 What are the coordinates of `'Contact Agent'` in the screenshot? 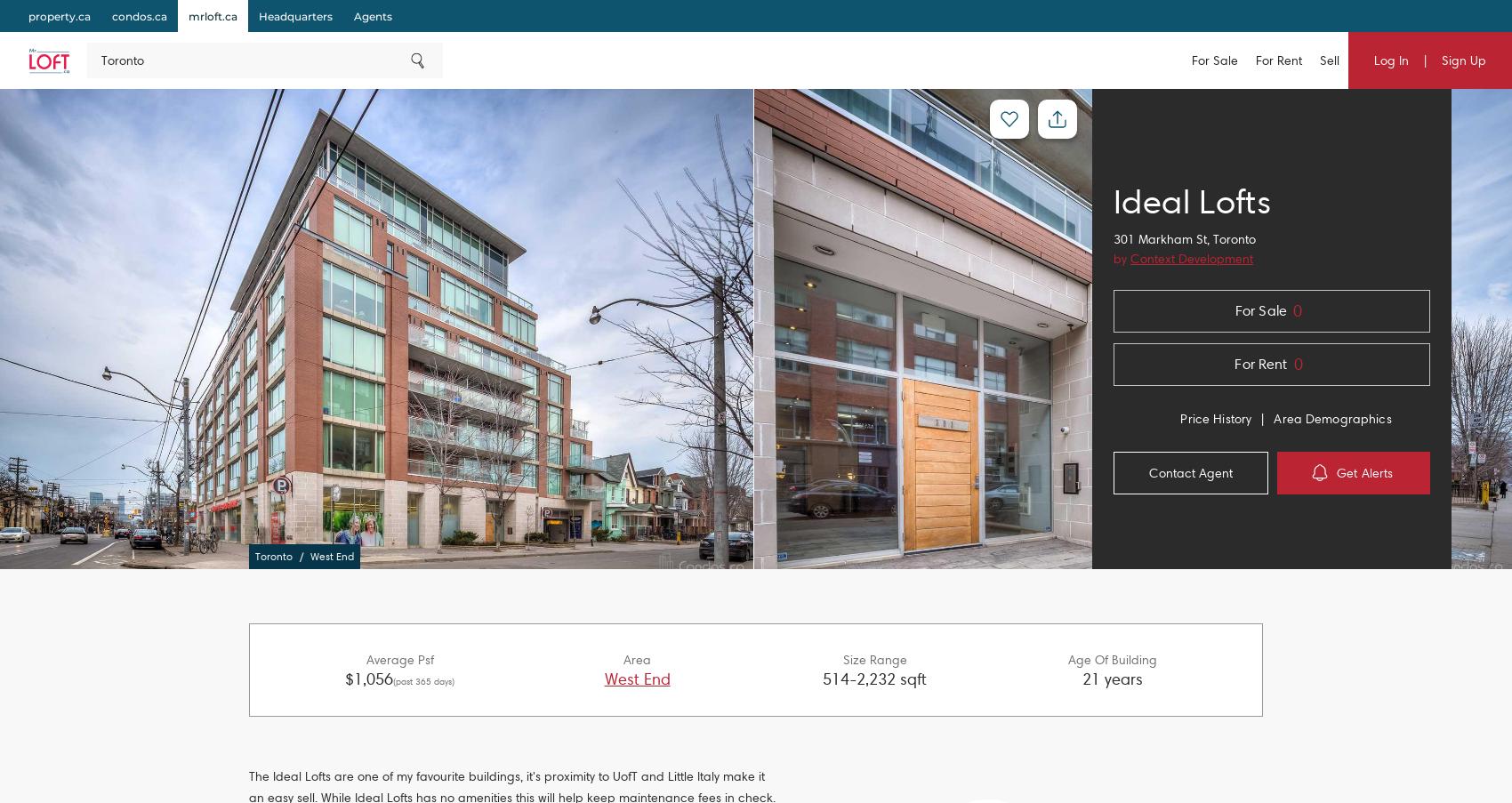 It's located at (1190, 471).